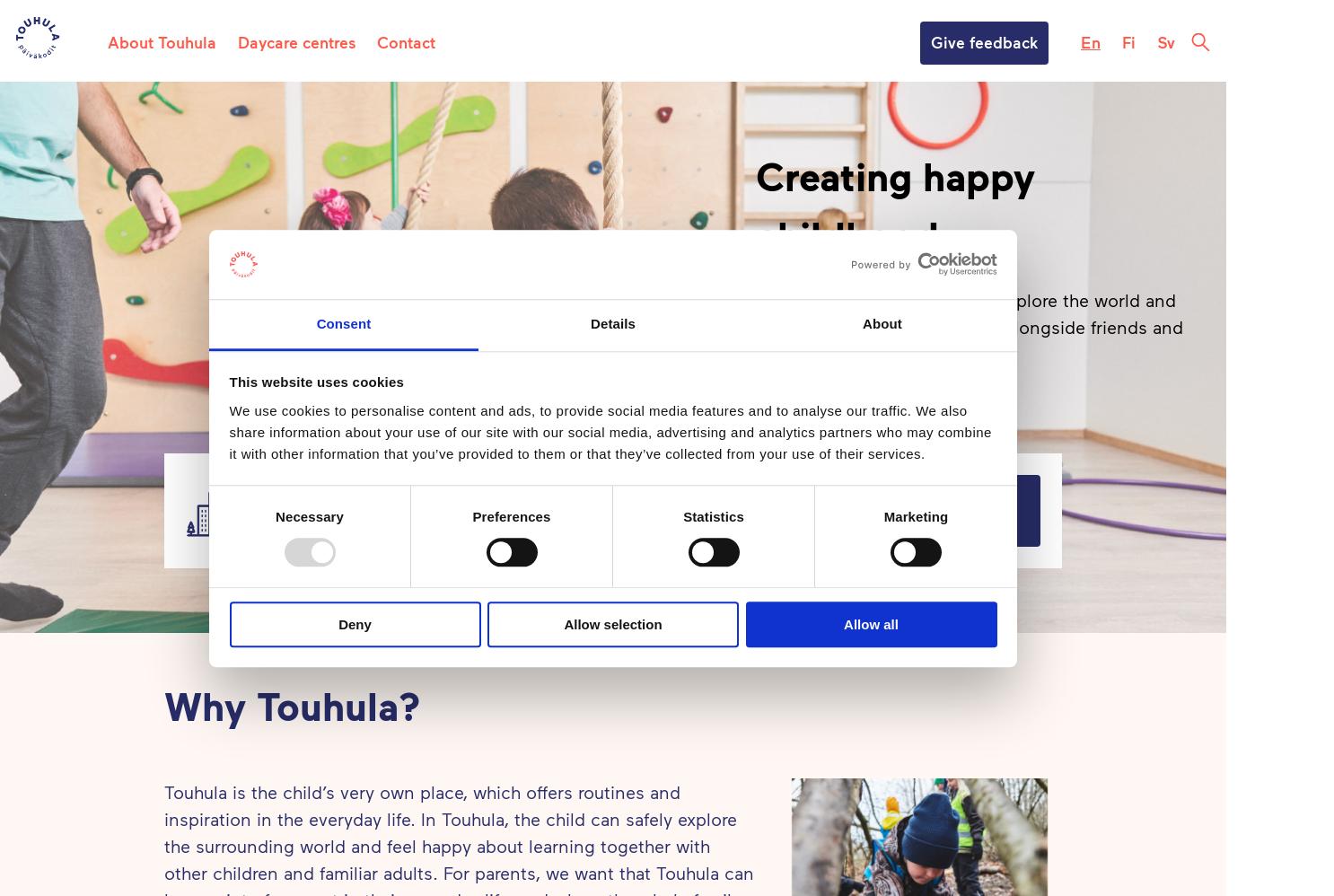  Describe the element at coordinates (983, 41) in the screenshot. I see `'Give feedback'` at that location.